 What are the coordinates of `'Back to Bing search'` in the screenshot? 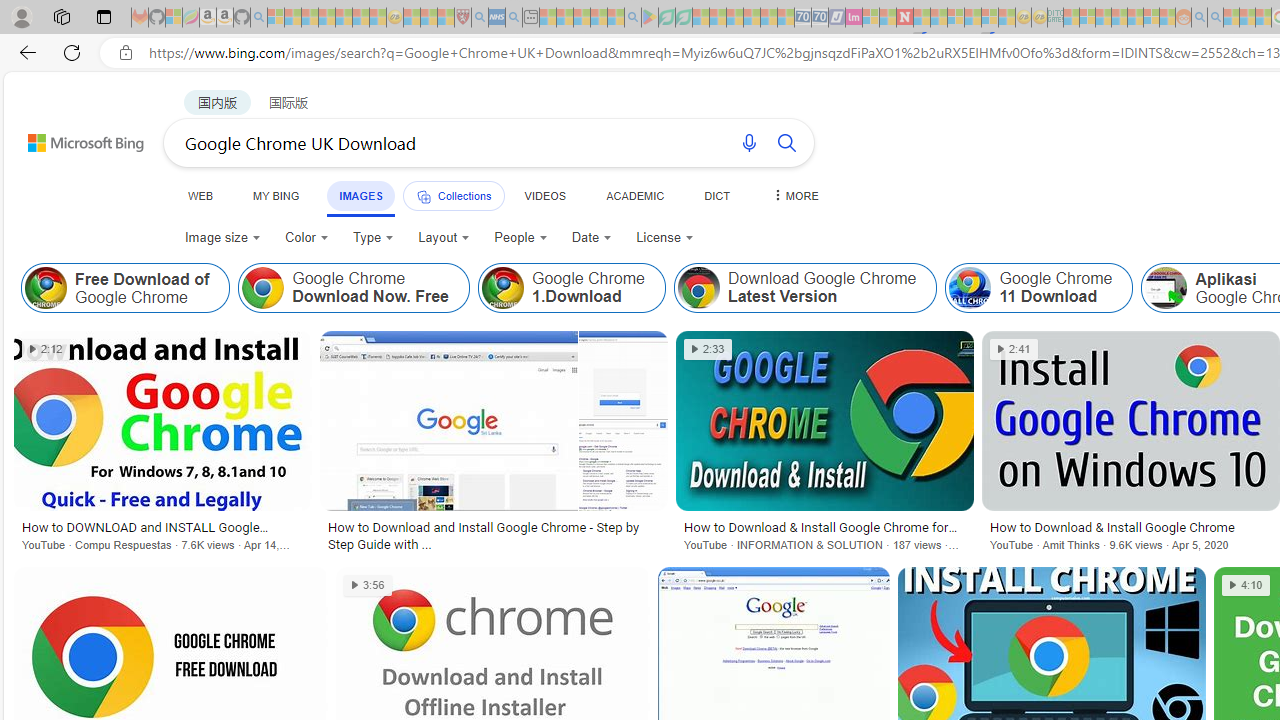 It's located at (73, 137).